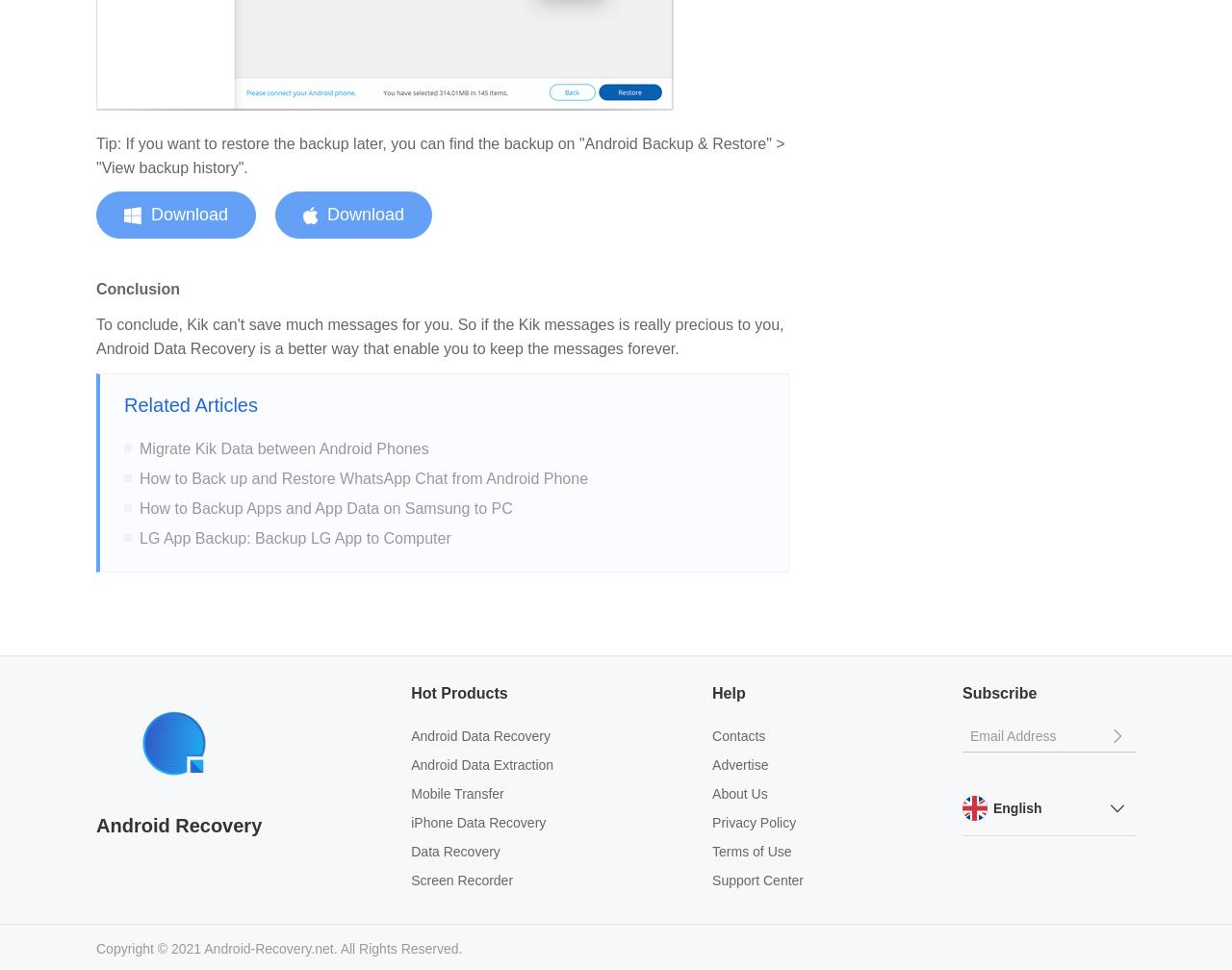  What do you see at coordinates (1015, 806) in the screenshot?
I see `'English'` at bounding box center [1015, 806].